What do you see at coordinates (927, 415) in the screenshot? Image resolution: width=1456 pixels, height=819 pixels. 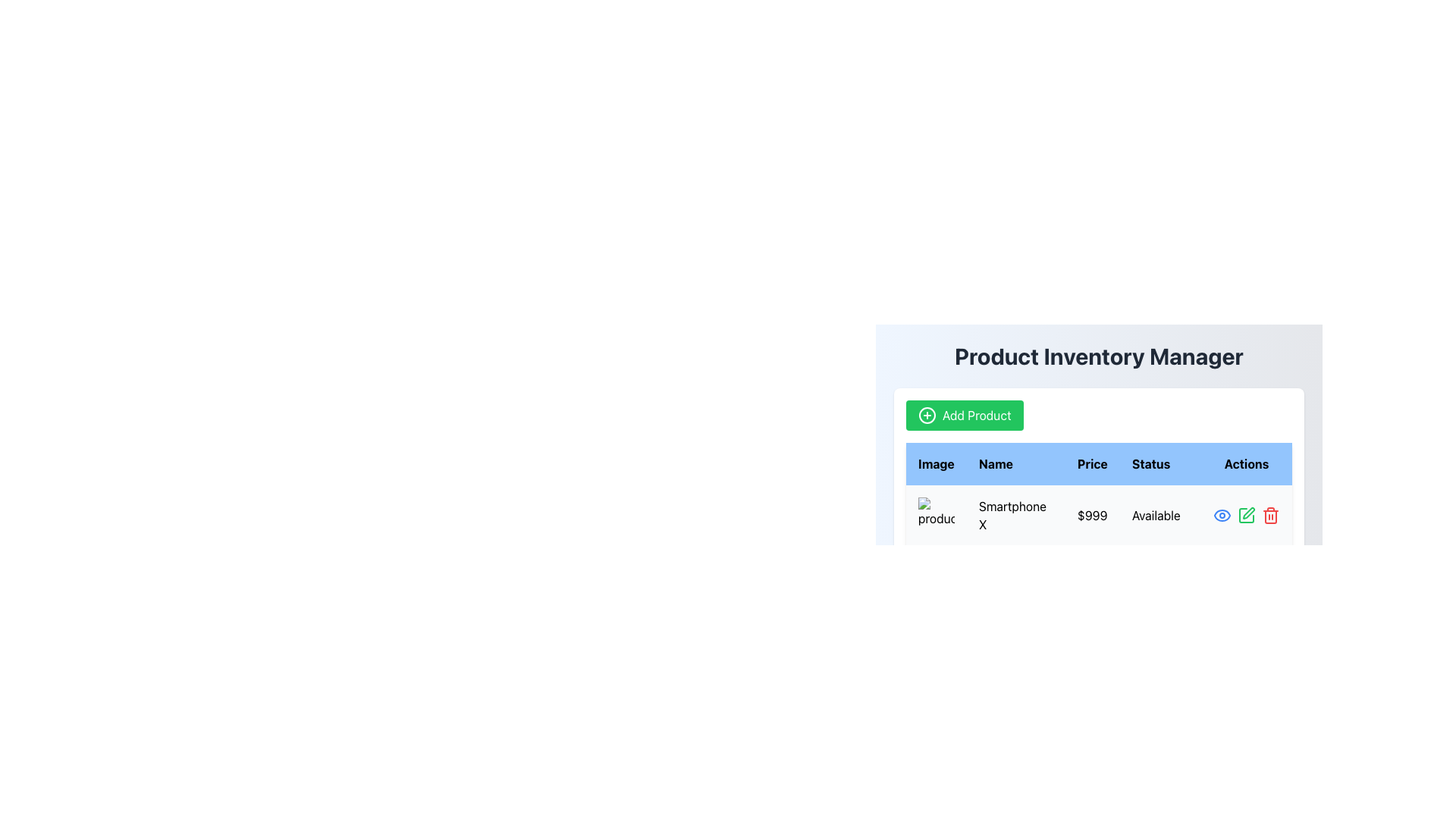 I see `the circular outline icon within the 'Add Product' button located in the header section of the interface` at bounding box center [927, 415].